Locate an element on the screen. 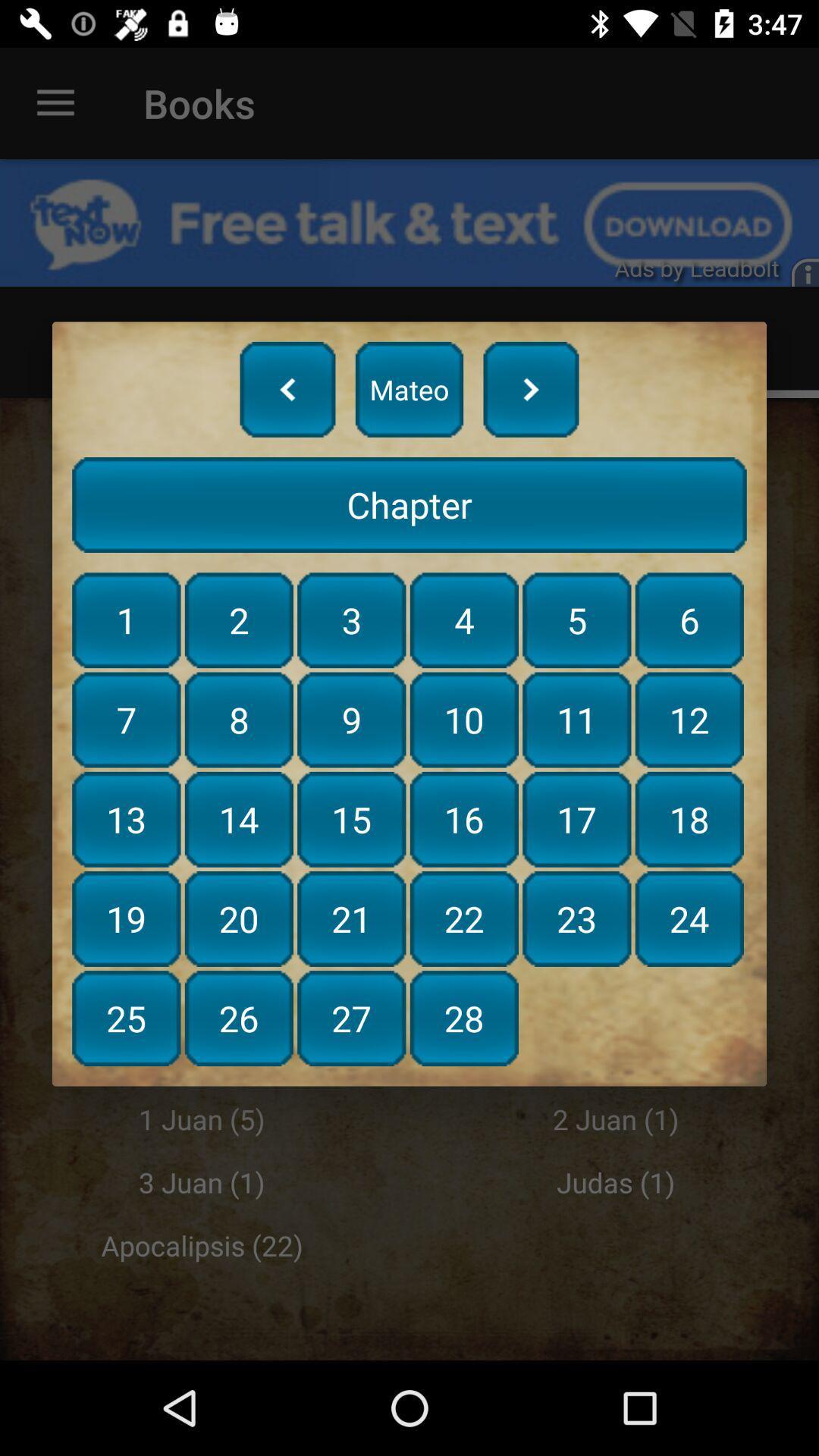 The image size is (819, 1456). page forward is located at coordinates (530, 389).